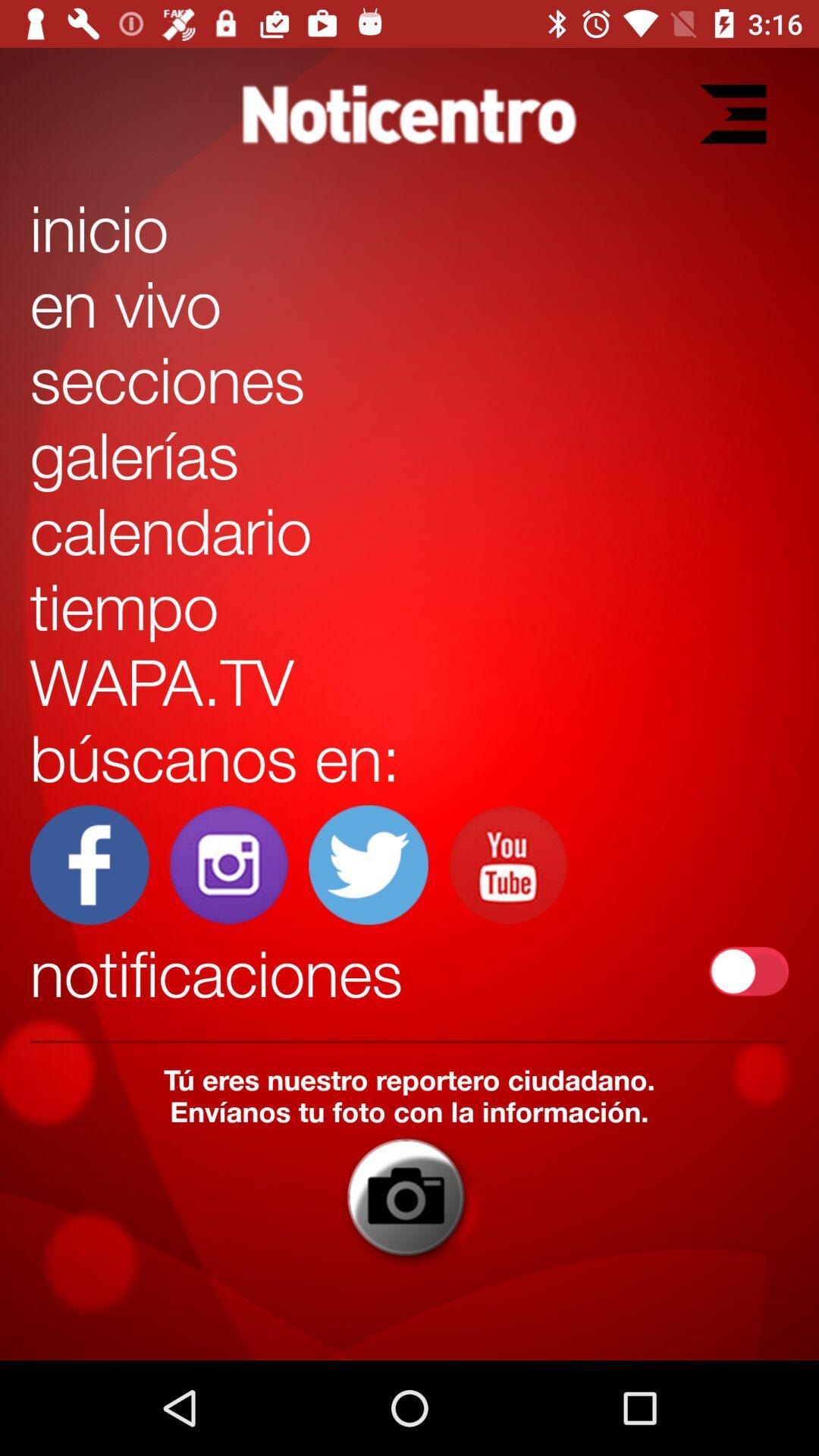  I want to click on visit youtube, so click(507, 864).